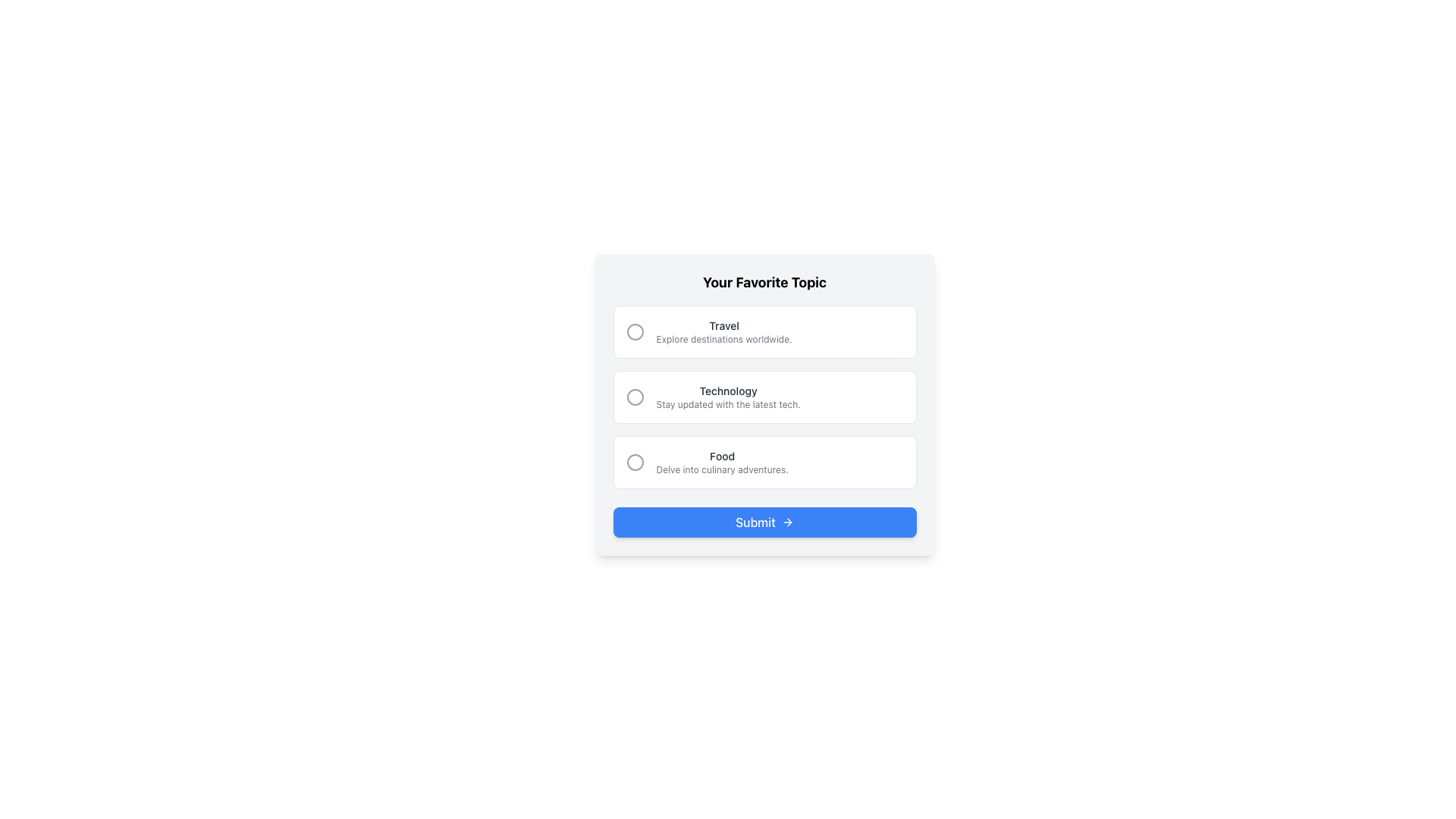  What do you see at coordinates (728, 391) in the screenshot?
I see `the 'Technology' text label, which serves as the title of a selectable option in the middle of the selection panel` at bounding box center [728, 391].